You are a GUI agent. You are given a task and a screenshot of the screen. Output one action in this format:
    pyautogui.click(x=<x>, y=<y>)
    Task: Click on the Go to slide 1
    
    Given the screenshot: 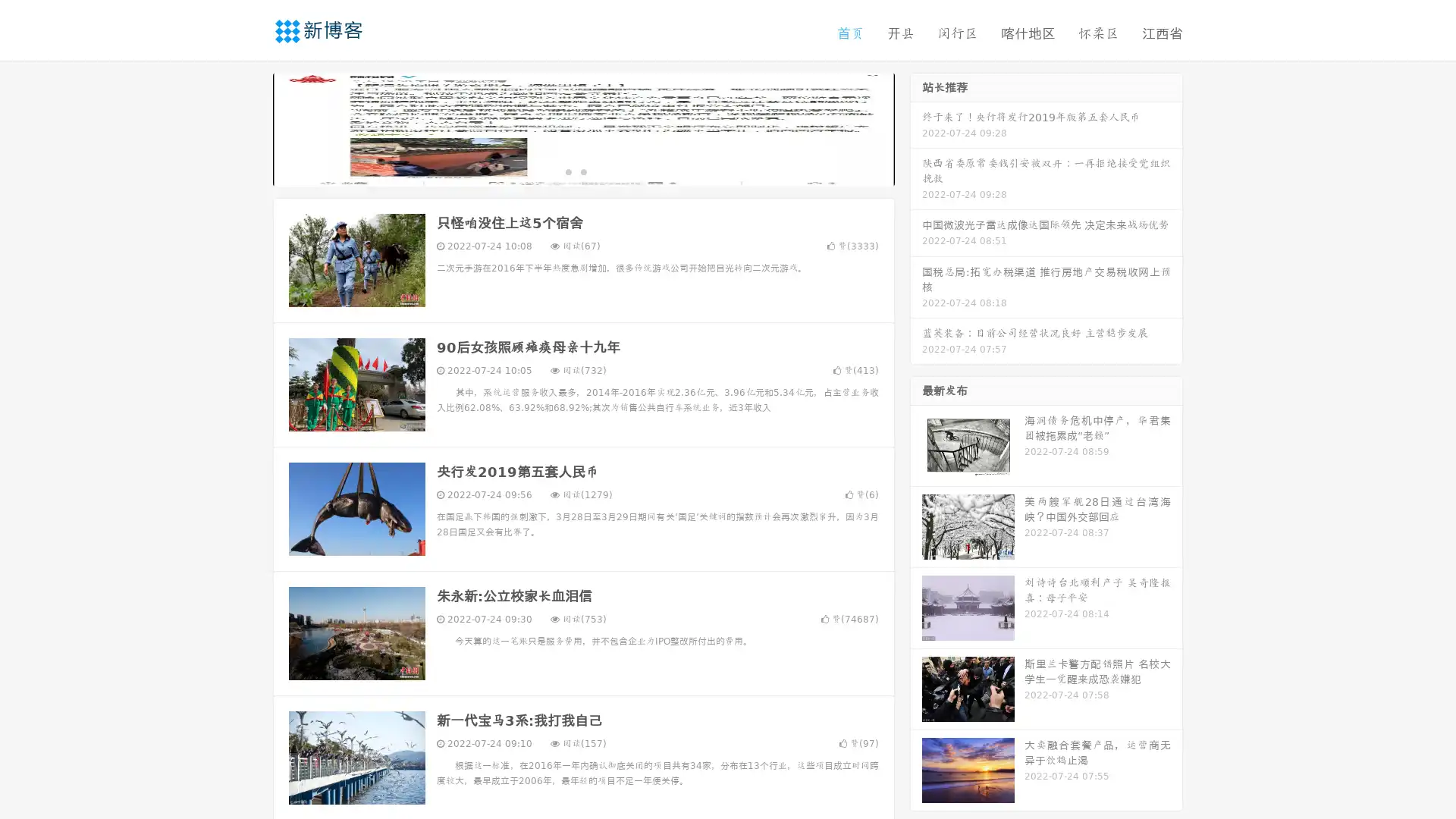 What is the action you would take?
    pyautogui.click(x=567, y=171)
    